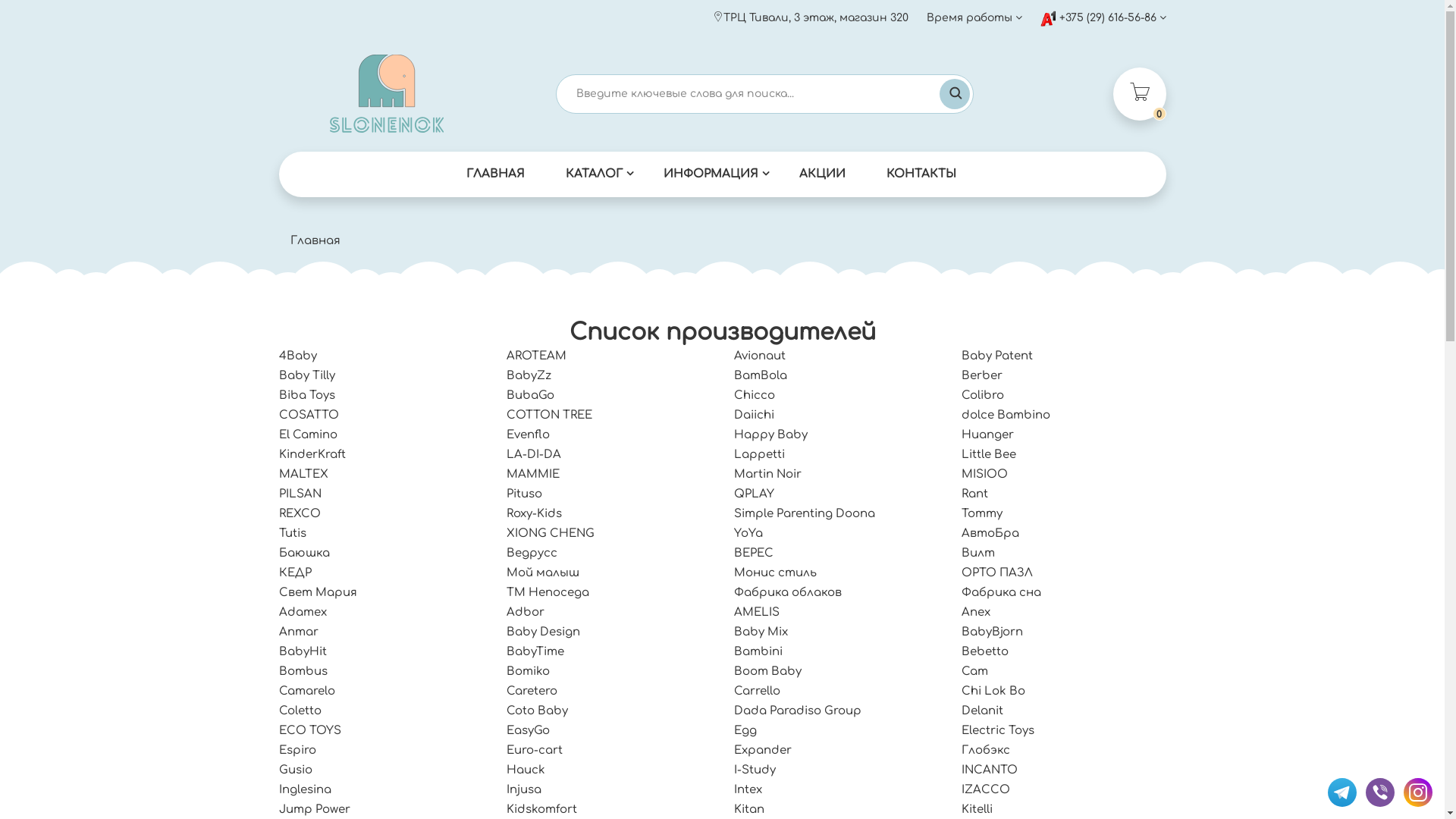  What do you see at coordinates (755, 770) in the screenshot?
I see `'I-Study'` at bounding box center [755, 770].